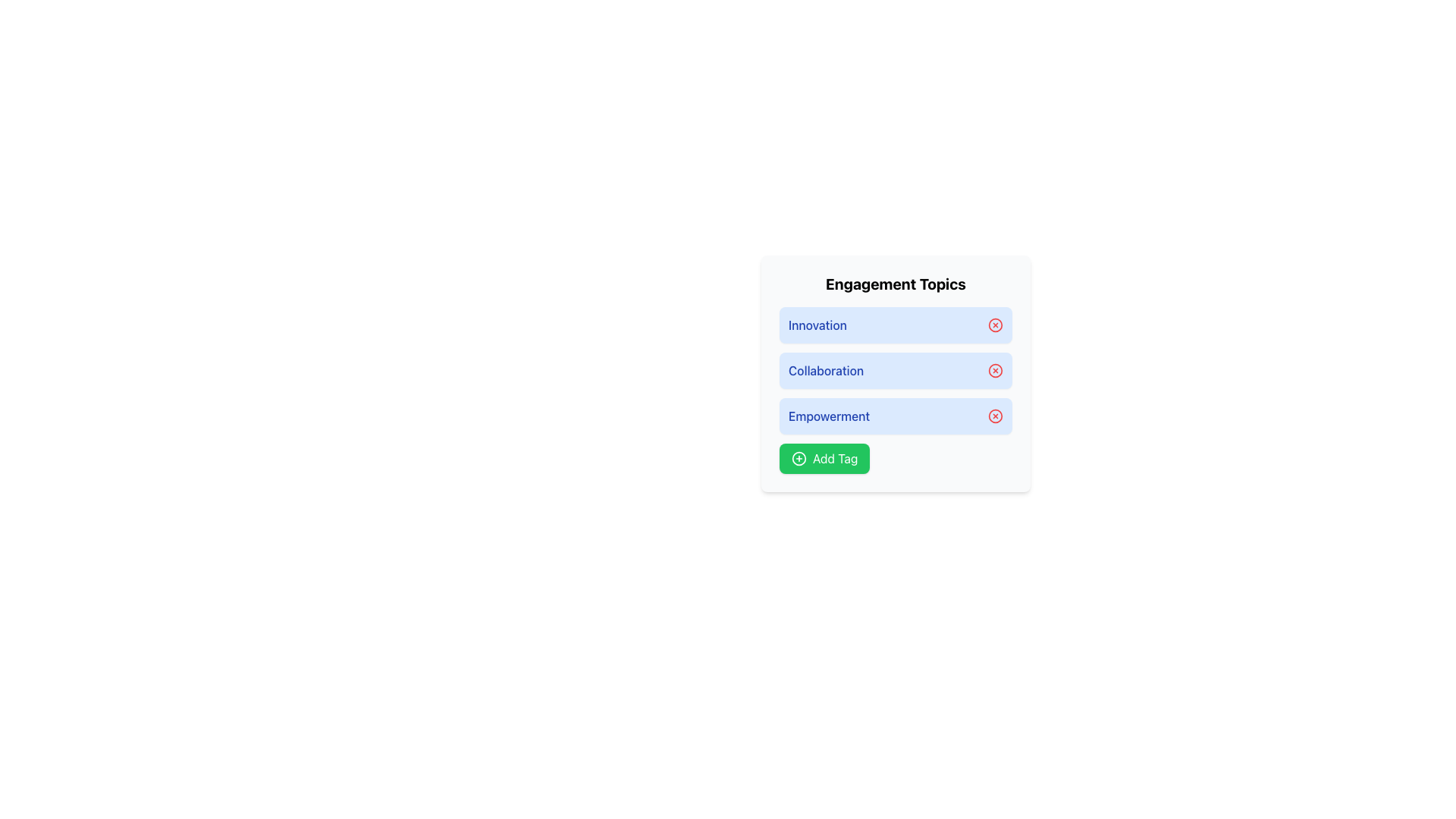 Image resolution: width=1456 pixels, height=819 pixels. Describe the element at coordinates (825, 371) in the screenshot. I see `the informational text label for the topic 'Collaboration', which is the second item in the list of topics, located below 'Innovation' and above 'Empowerment'` at that location.